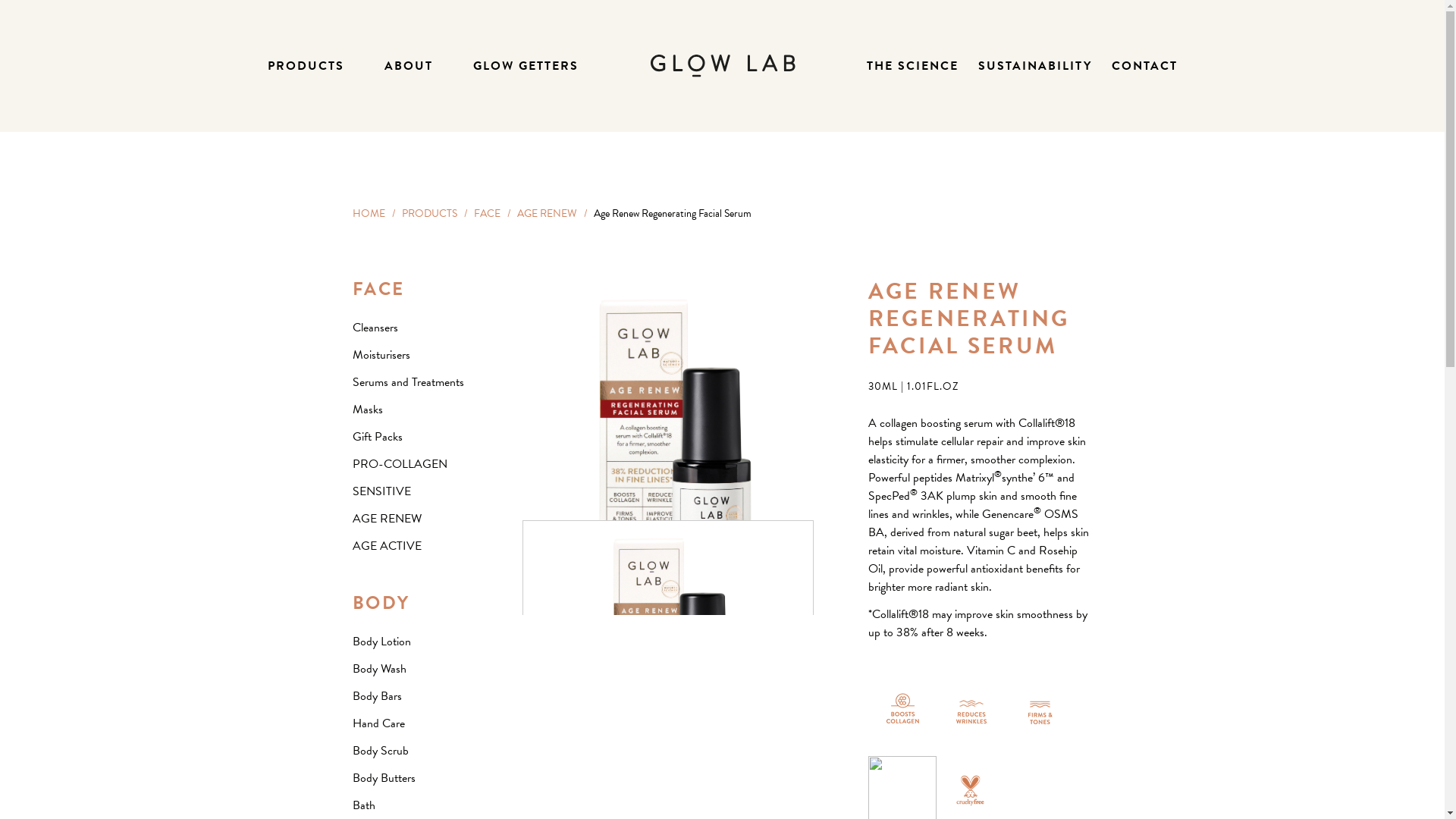 The height and width of the screenshot is (819, 1456). I want to click on 'FACE', so click(472, 213).